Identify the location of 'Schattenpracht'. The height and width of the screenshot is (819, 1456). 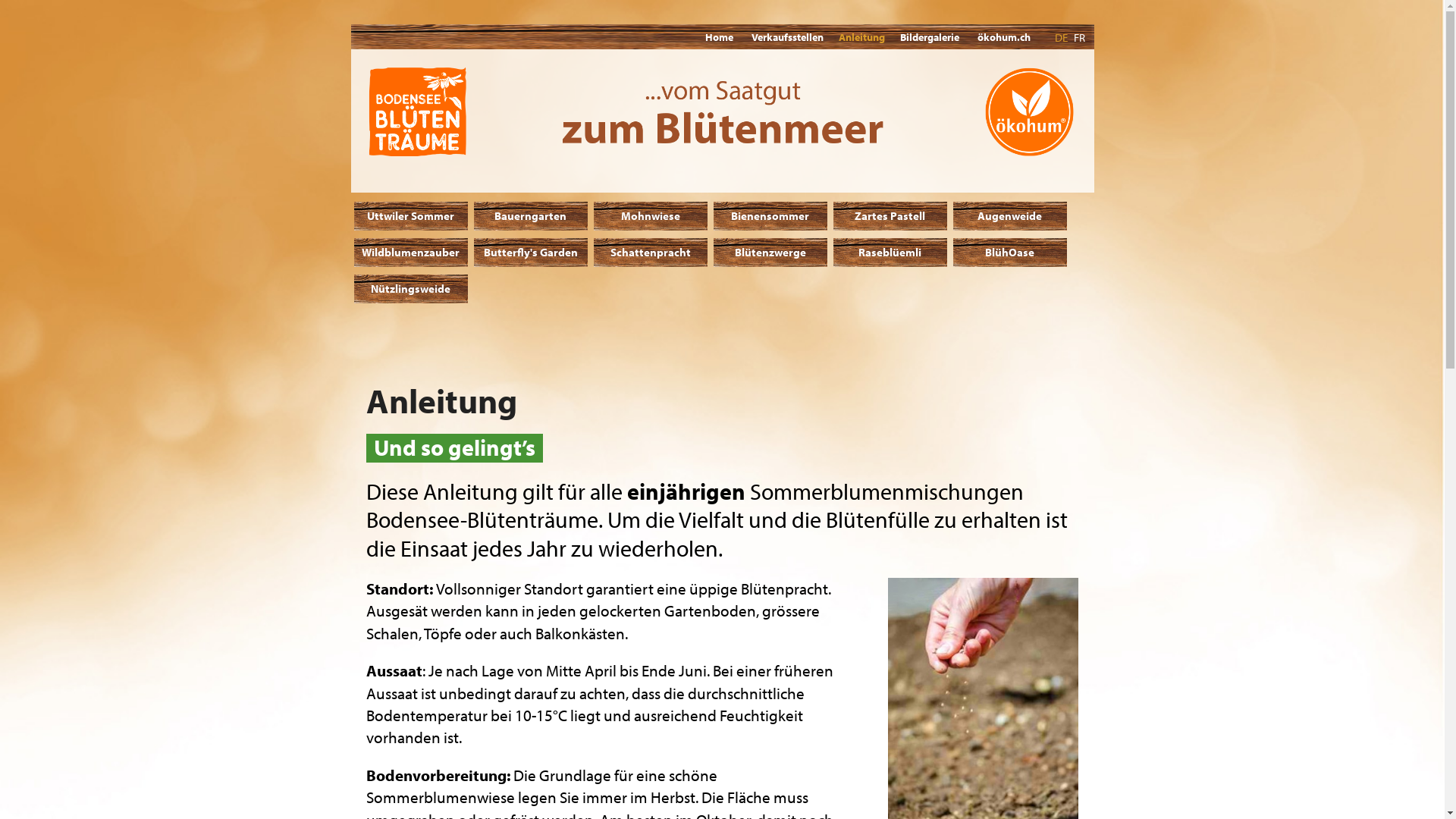
(650, 251).